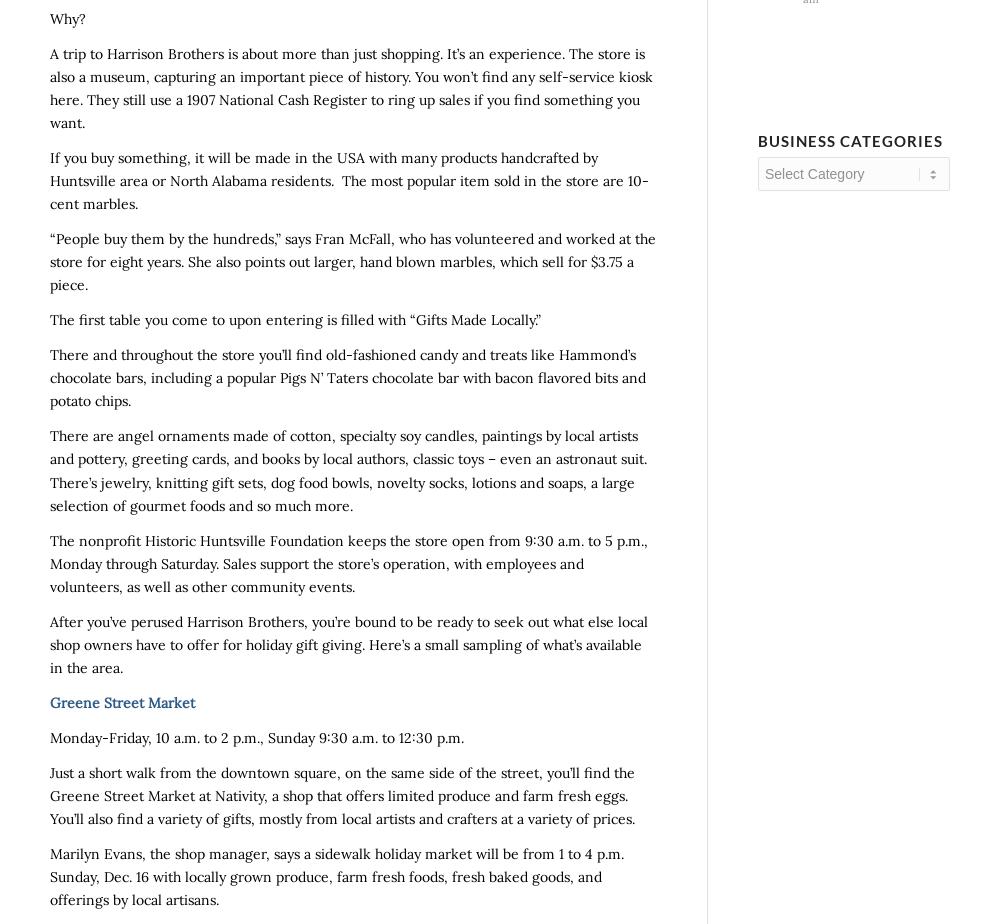  I want to click on 'The nonprofit Historic Huntsville Foundation keeps the store open from 9:30 a.m. to 5 p.m., Monday through Saturday. Sales support the store’s operation, with employees and volunteers, as well as other community events.', so click(50, 562).